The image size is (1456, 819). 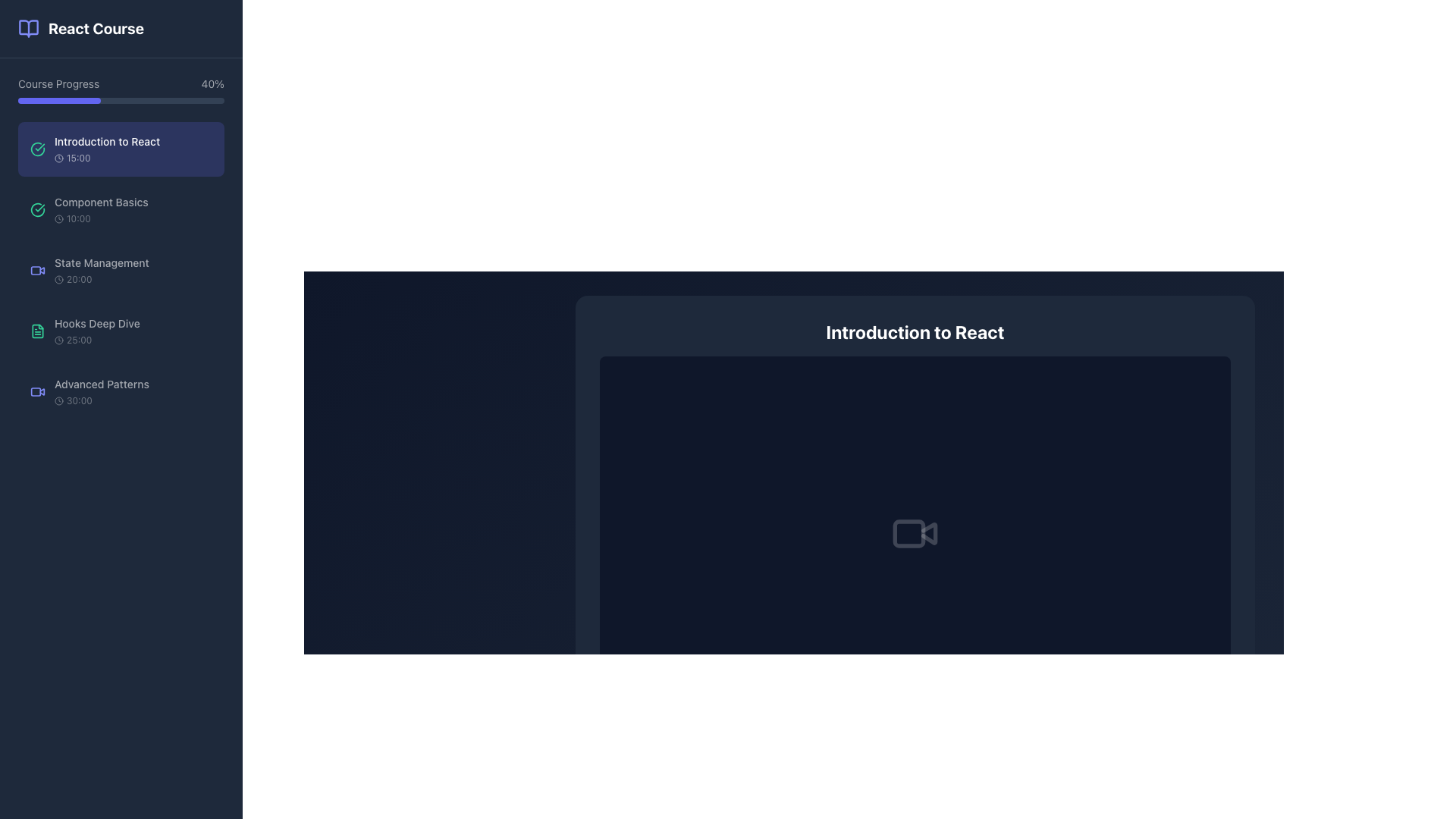 What do you see at coordinates (133, 323) in the screenshot?
I see `the text label displaying 'Hooks Deep Dive' located in the left panel under 'State Management' and above 'Advanced Patterns'` at bounding box center [133, 323].